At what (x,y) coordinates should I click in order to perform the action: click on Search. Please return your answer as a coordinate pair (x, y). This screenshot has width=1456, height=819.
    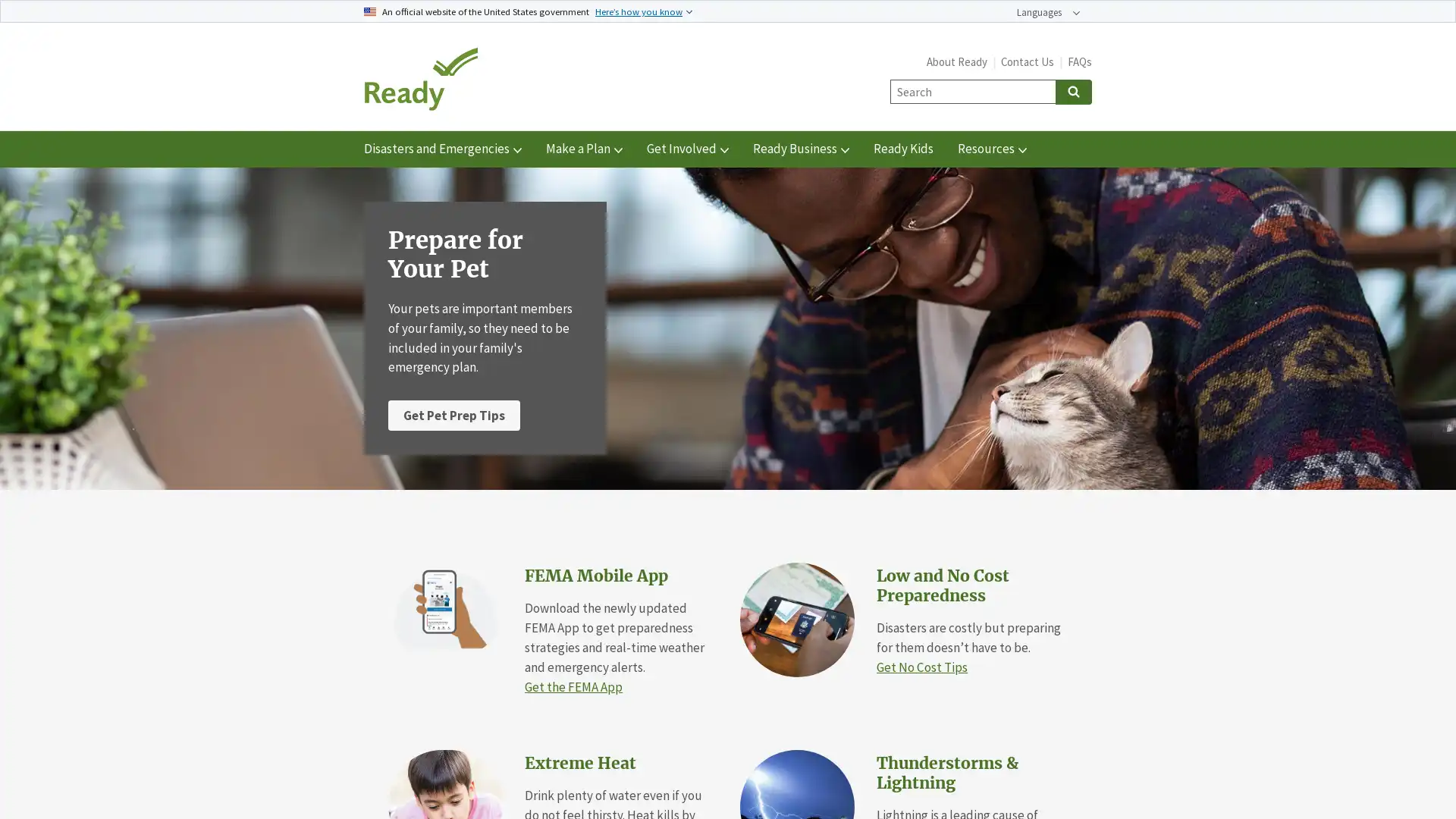
    Looking at the image, I should click on (1073, 91).